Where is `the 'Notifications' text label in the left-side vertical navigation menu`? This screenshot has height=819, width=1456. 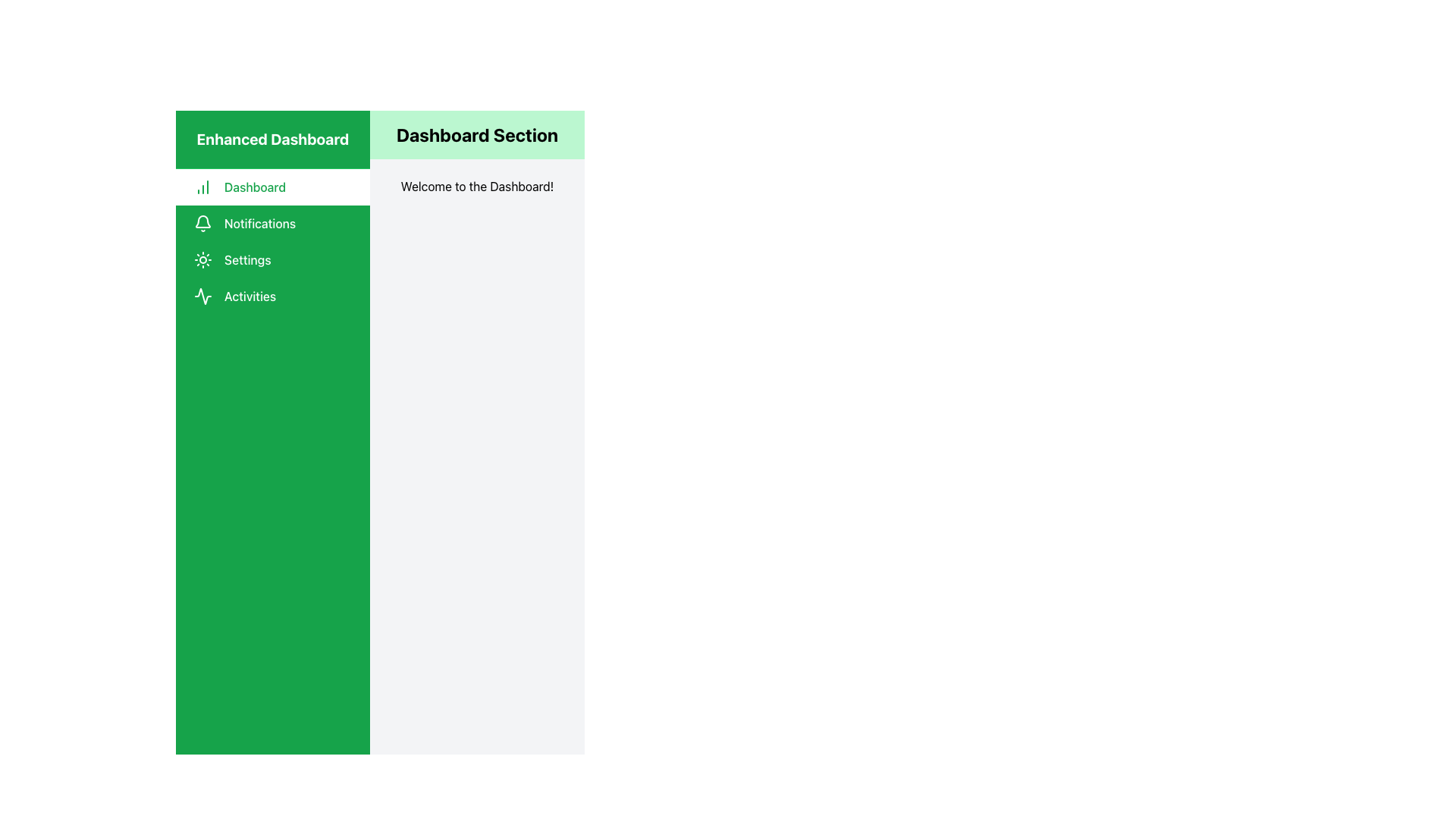
the 'Notifications' text label in the left-side vertical navigation menu is located at coordinates (260, 223).